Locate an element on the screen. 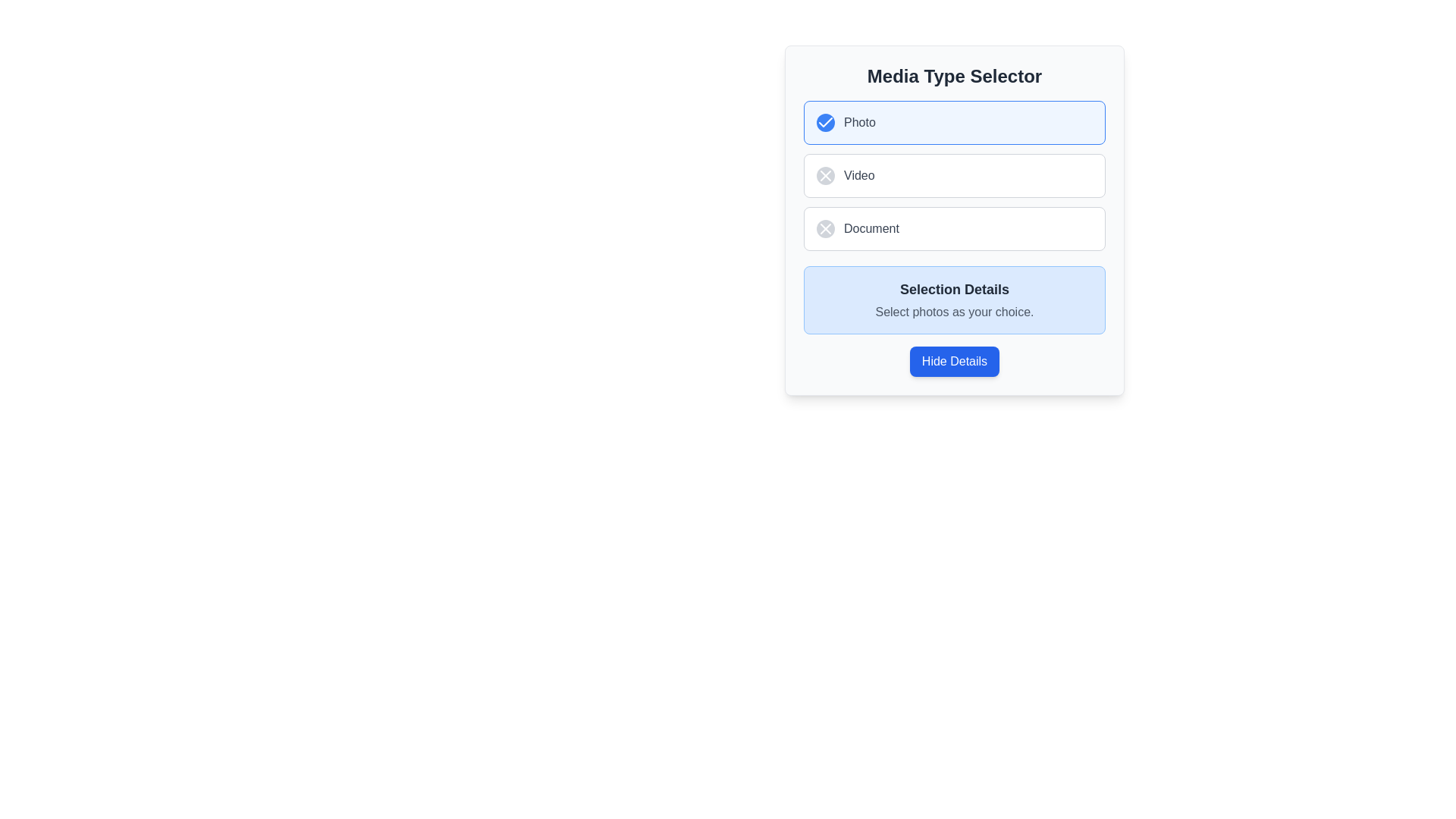 The width and height of the screenshot is (1456, 819). the 'Document' text label which is styled in a medium-weight gray font and is the third option in the 'Media Type Selector' section is located at coordinates (871, 228).